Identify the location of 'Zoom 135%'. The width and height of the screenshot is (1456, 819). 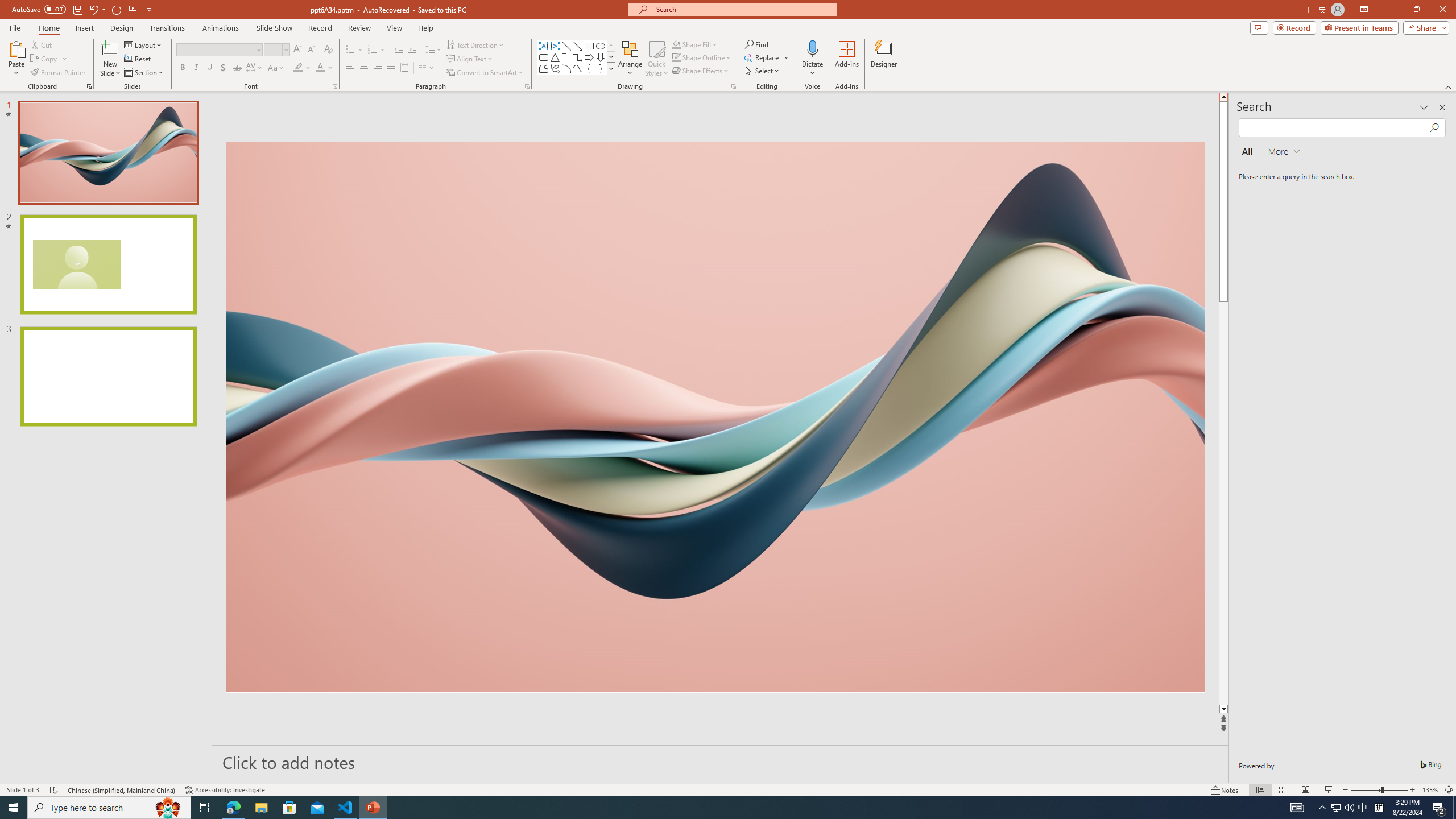
(1430, 790).